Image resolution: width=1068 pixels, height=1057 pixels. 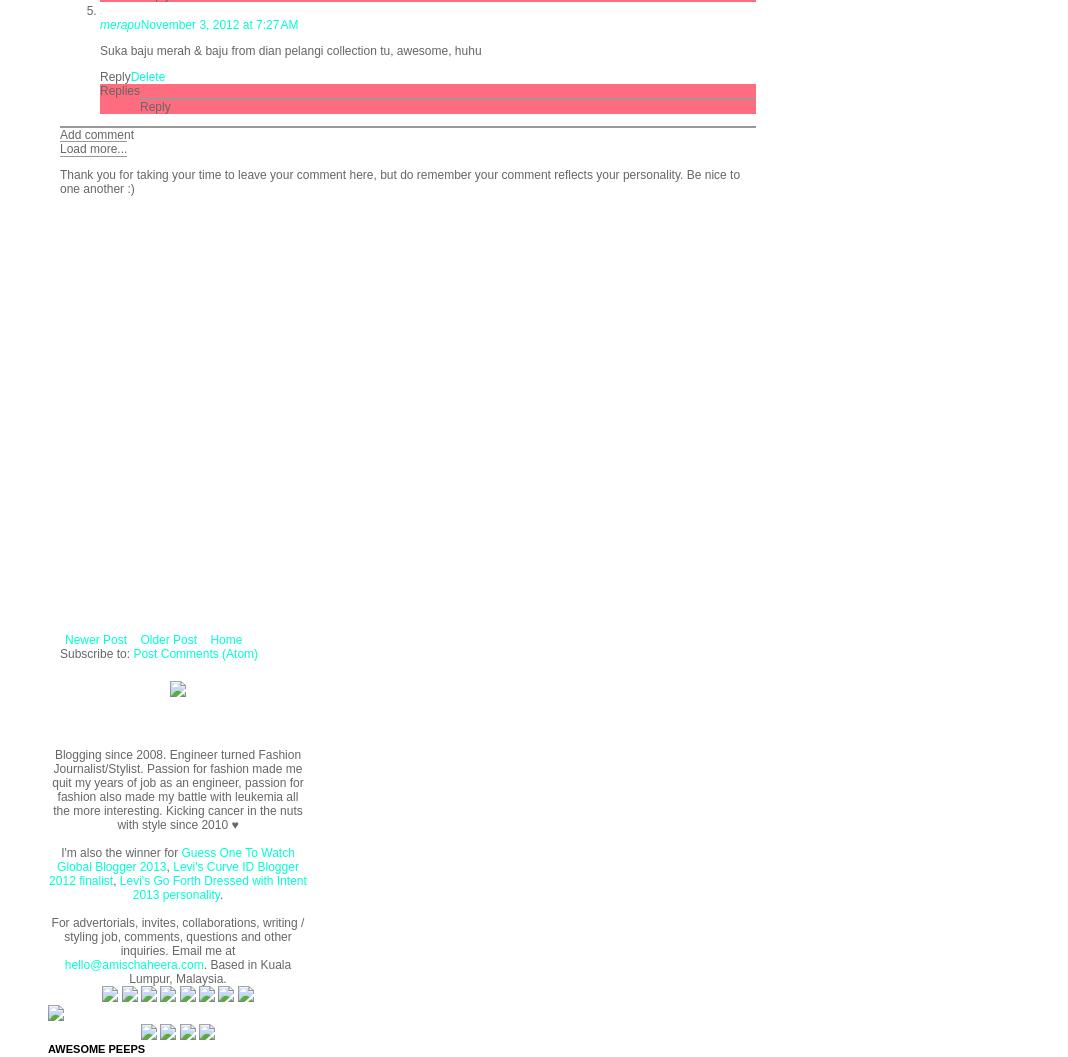 What do you see at coordinates (92, 146) in the screenshot?
I see `'Load more...'` at bounding box center [92, 146].